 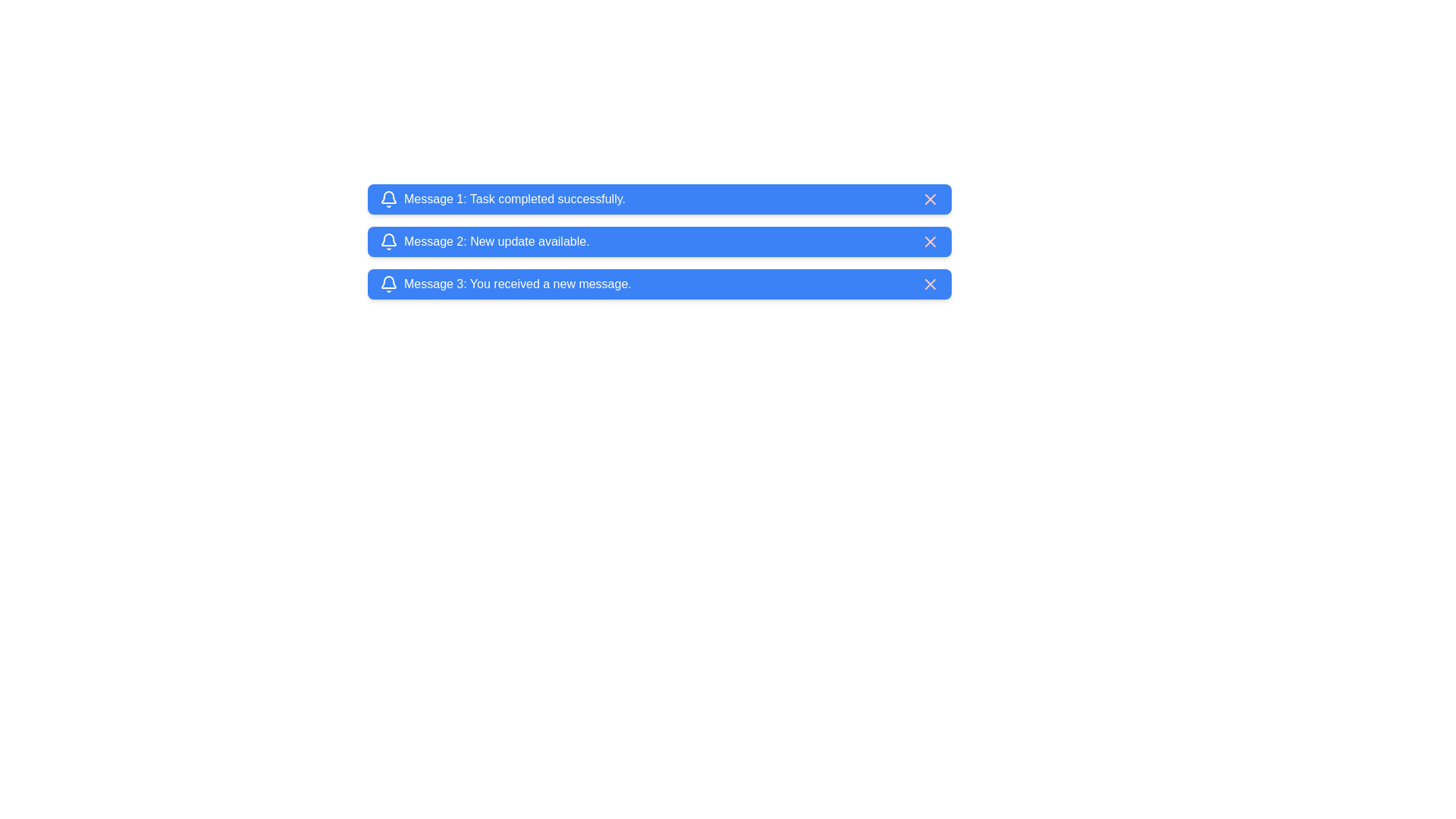 What do you see at coordinates (389, 284) in the screenshot?
I see `the bell icon located to the left of the notification text in the third message labeled 'Message 3: You received a new message.'` at bounding box center [389, 284].